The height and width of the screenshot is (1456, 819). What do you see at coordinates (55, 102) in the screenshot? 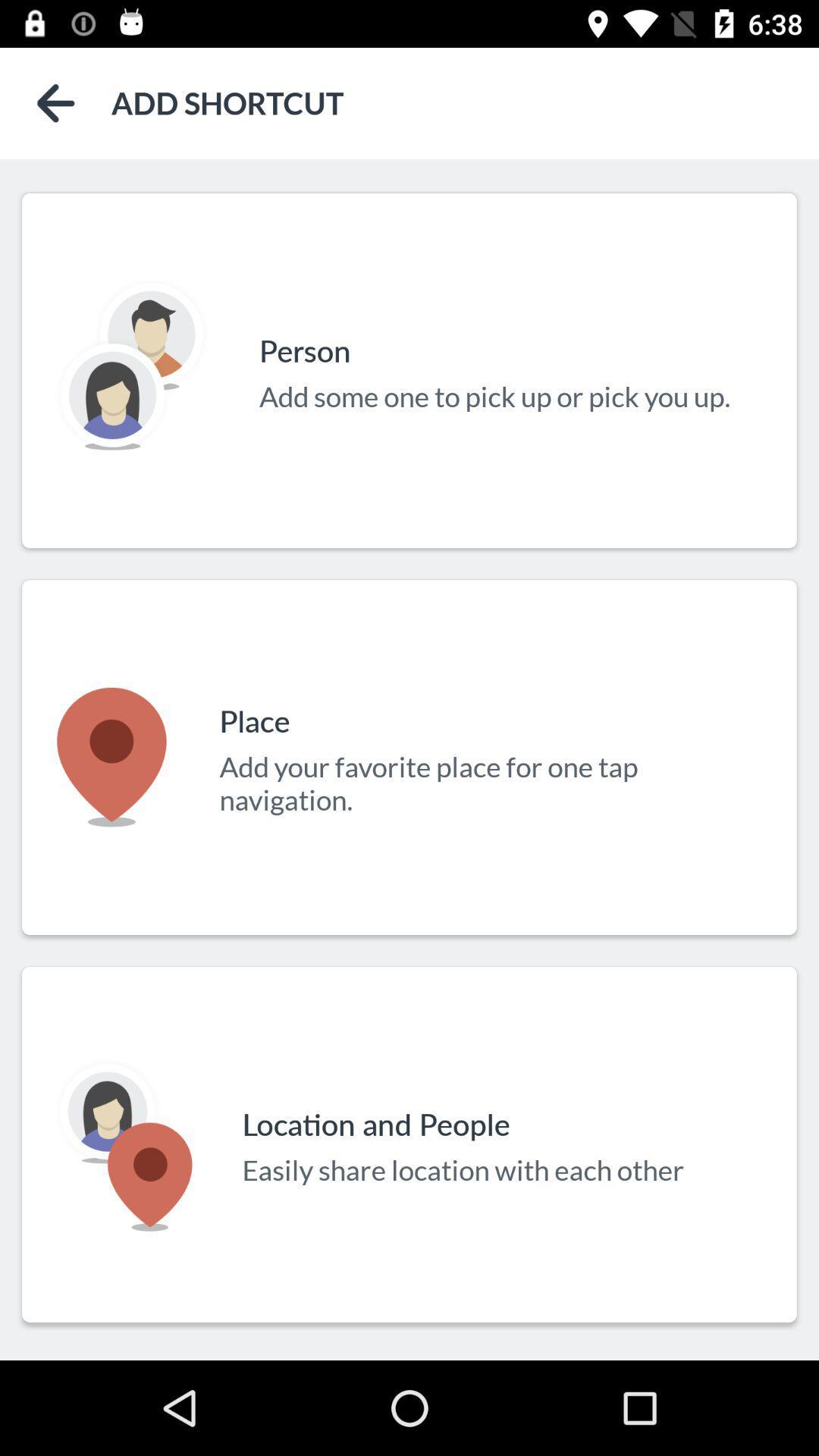
I see `option to return` at bounding box center [55, 102].